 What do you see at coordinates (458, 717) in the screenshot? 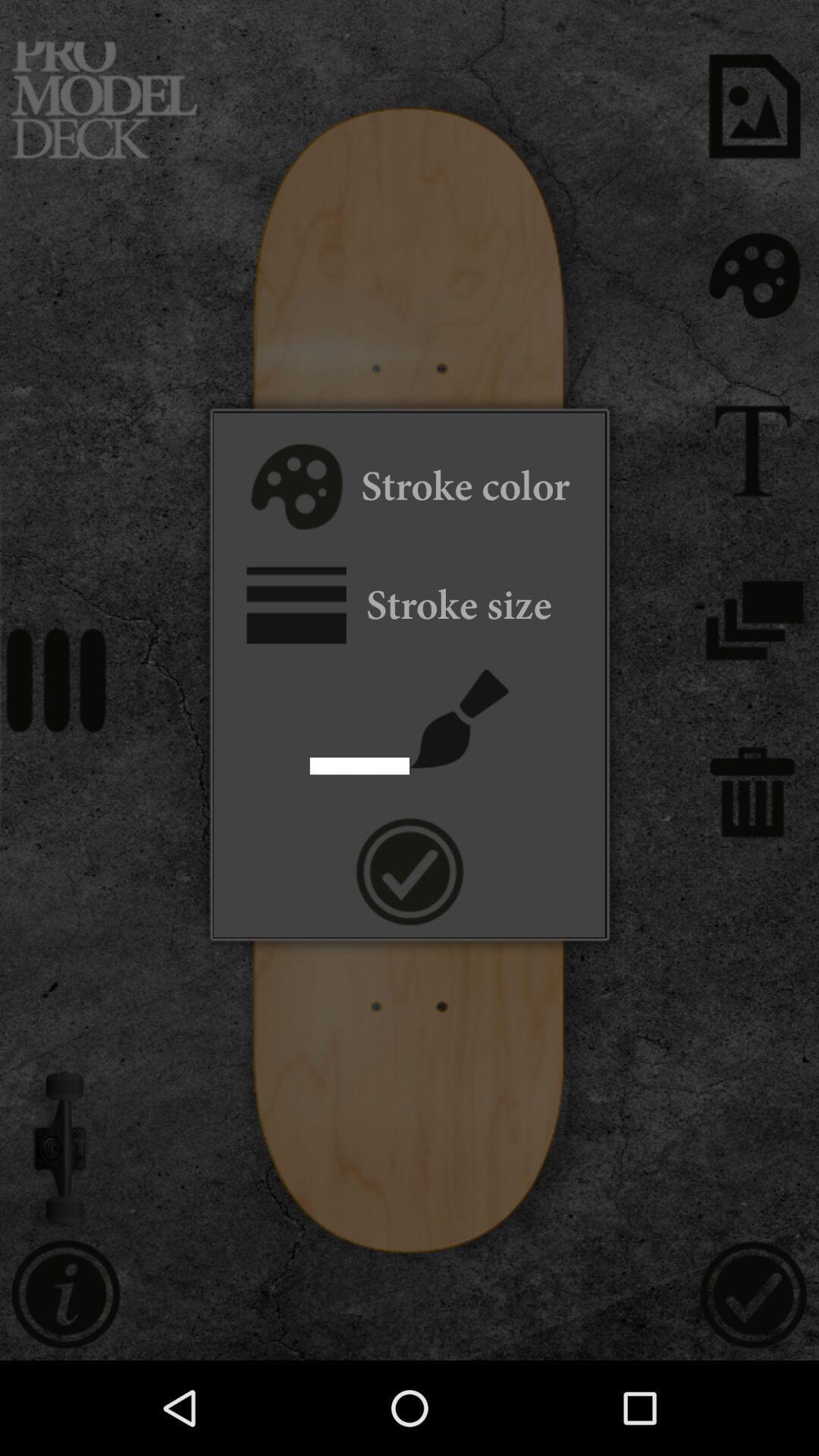
I see `brush` at bounding box center [458, 717].